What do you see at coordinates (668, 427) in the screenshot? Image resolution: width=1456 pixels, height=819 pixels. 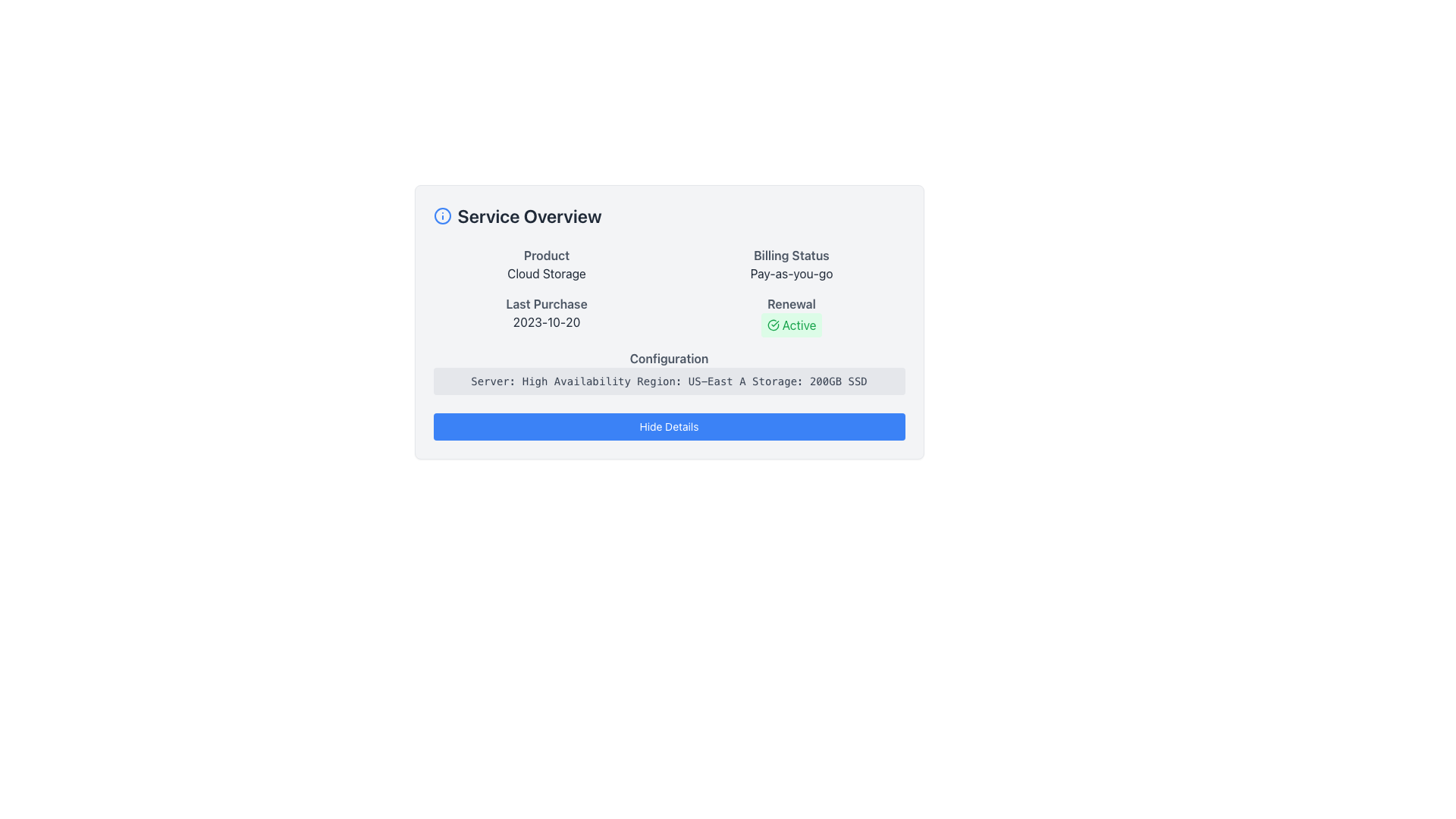 I see `the 'Hide Details' button, which is a rectangular button with a blue background and white text located at the bottom of a card layout` at bounding box center [668, 427].